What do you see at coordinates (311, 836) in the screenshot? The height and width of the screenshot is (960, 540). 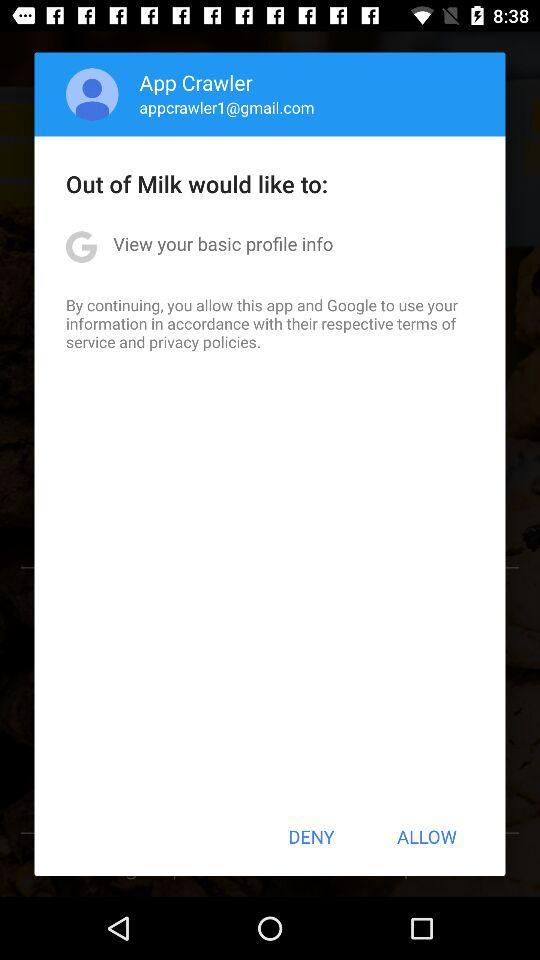 I see `the deny button` at bounding box center [311, 836].